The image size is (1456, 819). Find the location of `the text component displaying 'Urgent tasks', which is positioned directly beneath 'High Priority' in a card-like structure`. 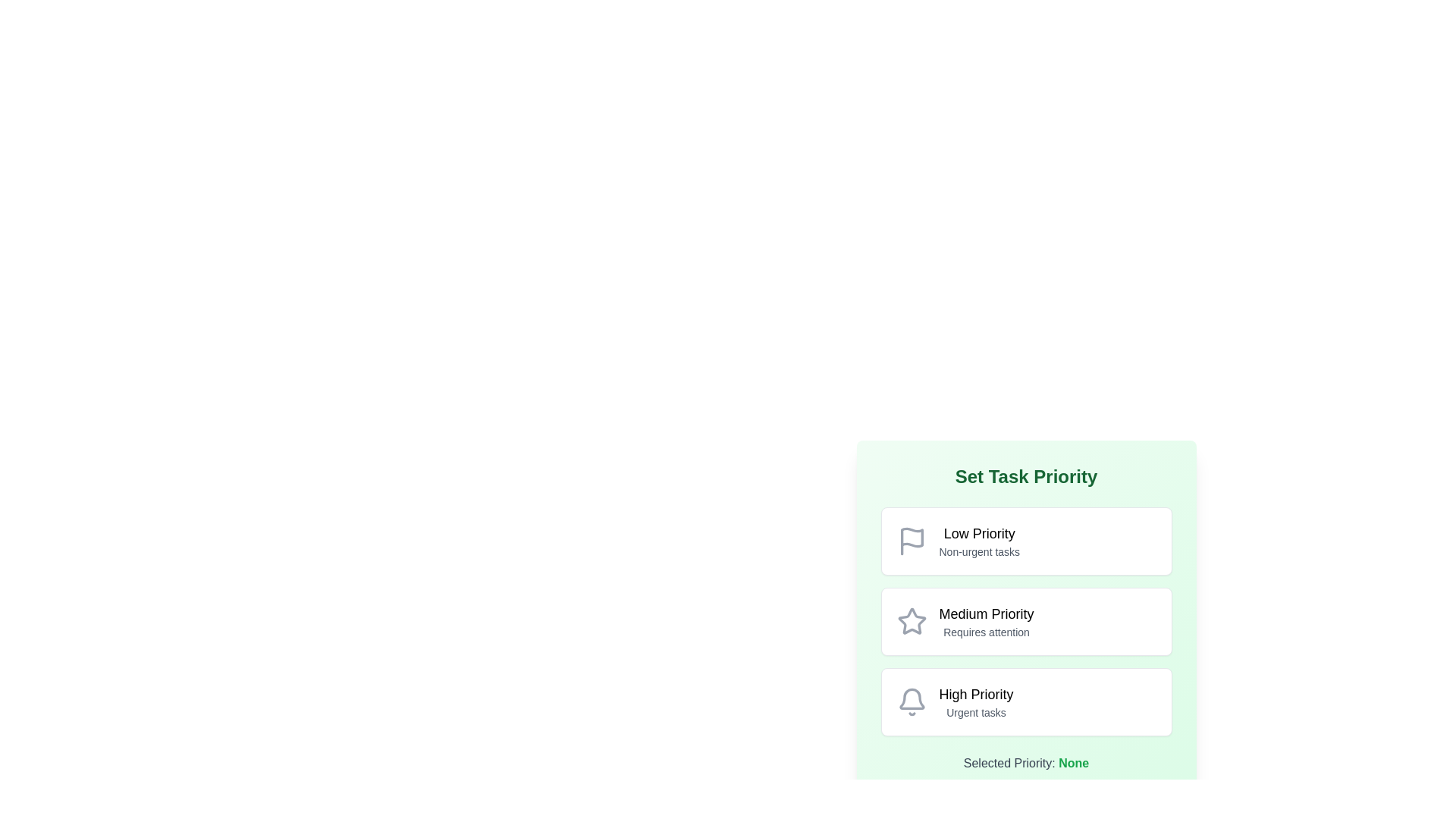

the text component displaying 'Urgent tasks', which is positioned directly beneath 'High Priority' in a card-like structure is located at coordinates (976, 713).